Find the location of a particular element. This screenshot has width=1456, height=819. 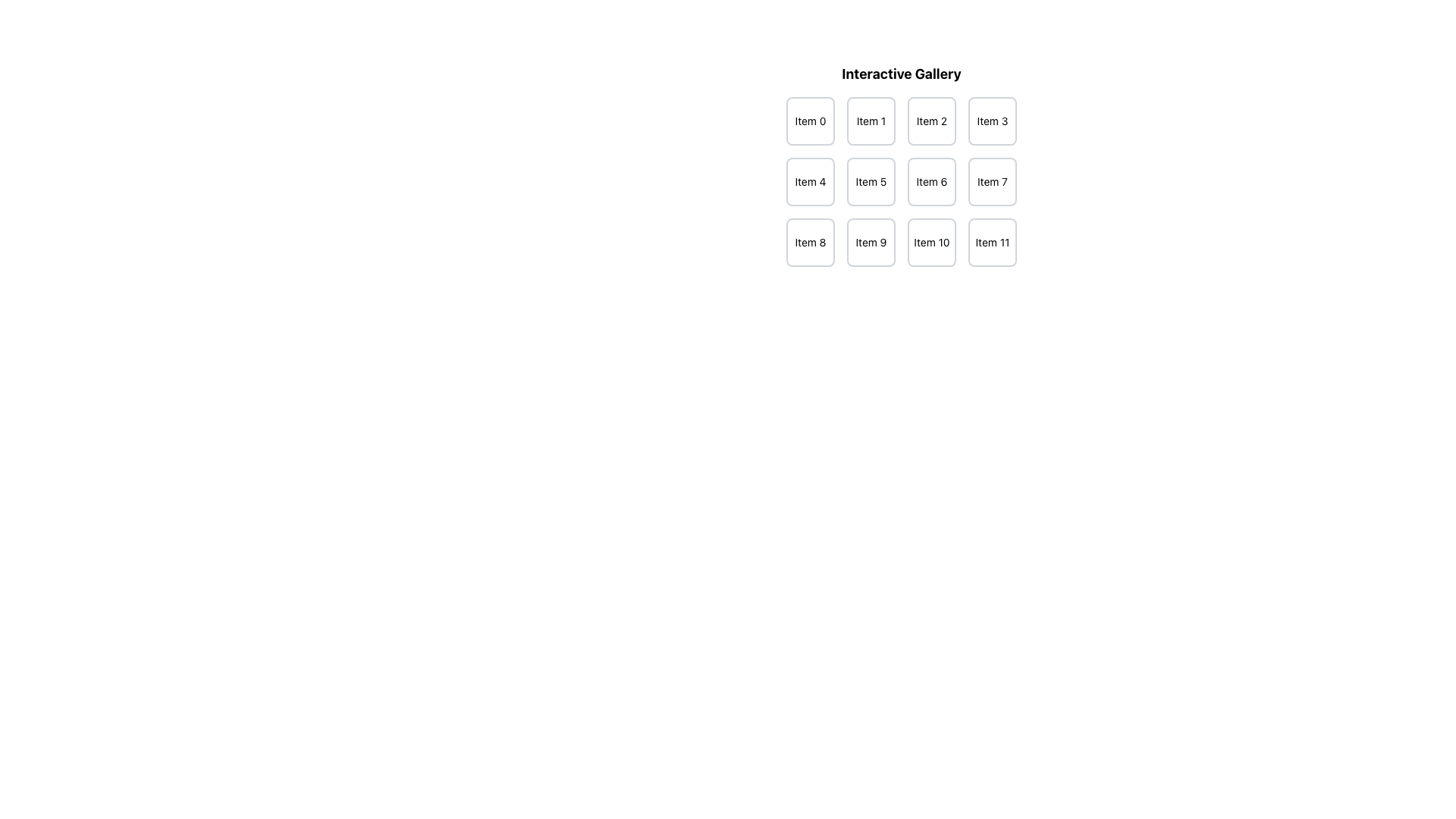

the third button in the fourth row of the grid layout is located at coordinates (930, 242).